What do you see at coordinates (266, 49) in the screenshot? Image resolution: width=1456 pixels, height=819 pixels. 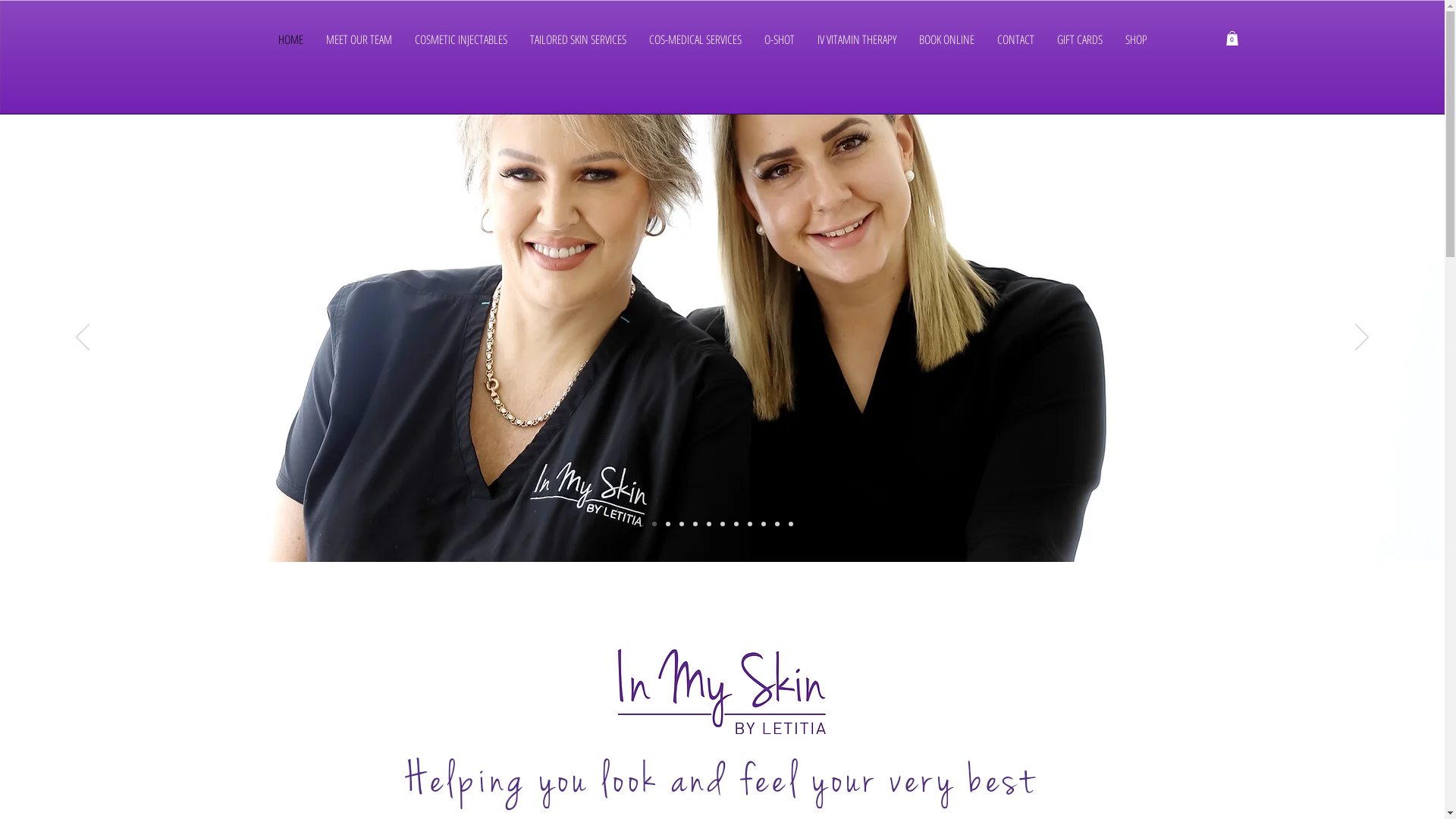 I see `'HOME'` at bounding box center [266, 49].